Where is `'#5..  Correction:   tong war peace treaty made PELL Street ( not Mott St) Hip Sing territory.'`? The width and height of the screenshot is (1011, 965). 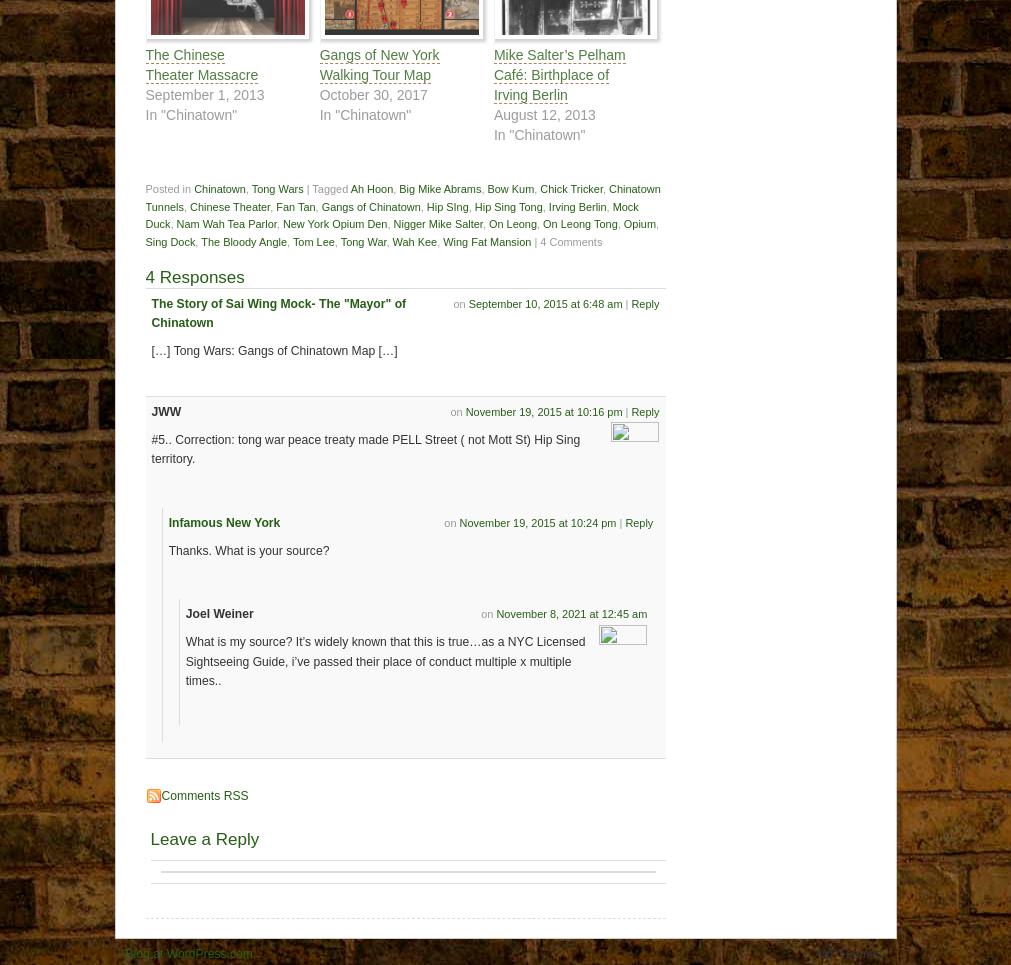 '#5..  Correction:   tong war peace treaty made PELL Street ( not Mott St) Hip Sing territory.' is located at coordinates (364, 448).